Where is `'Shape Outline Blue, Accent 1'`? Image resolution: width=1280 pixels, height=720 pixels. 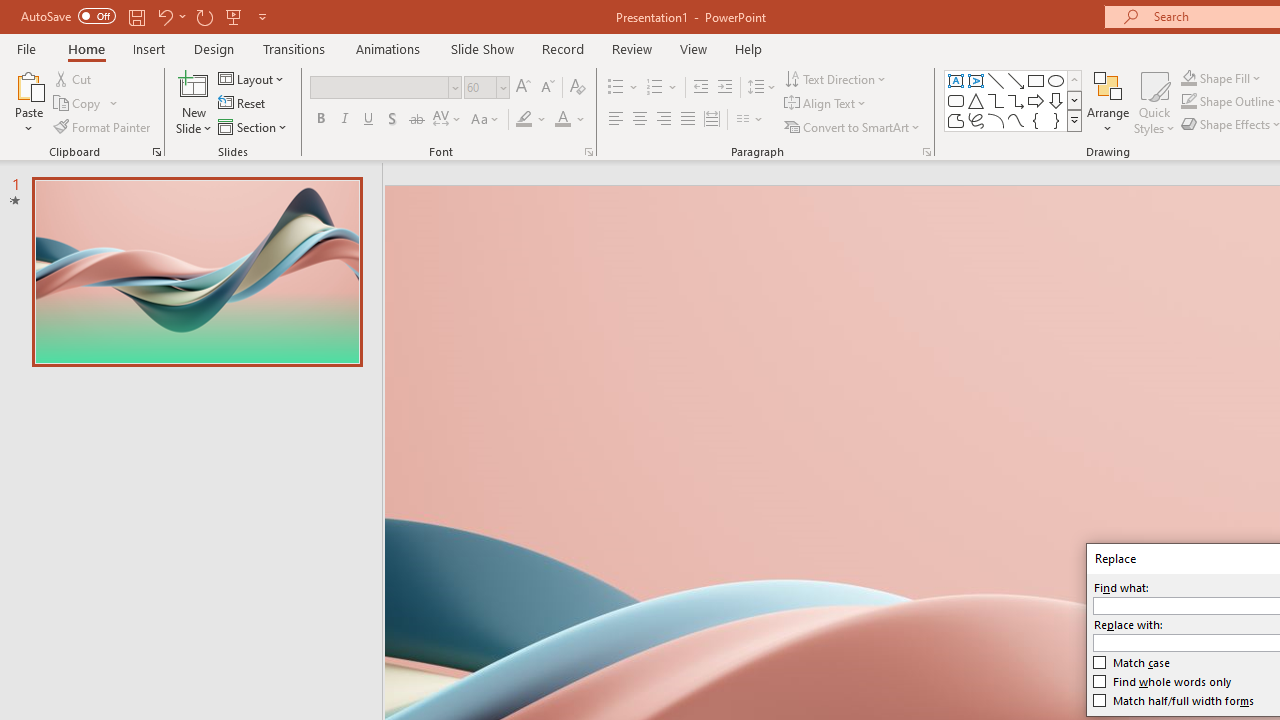
'Shape Outline Blue, Accent 1' is located at coordinates (1189, 101).